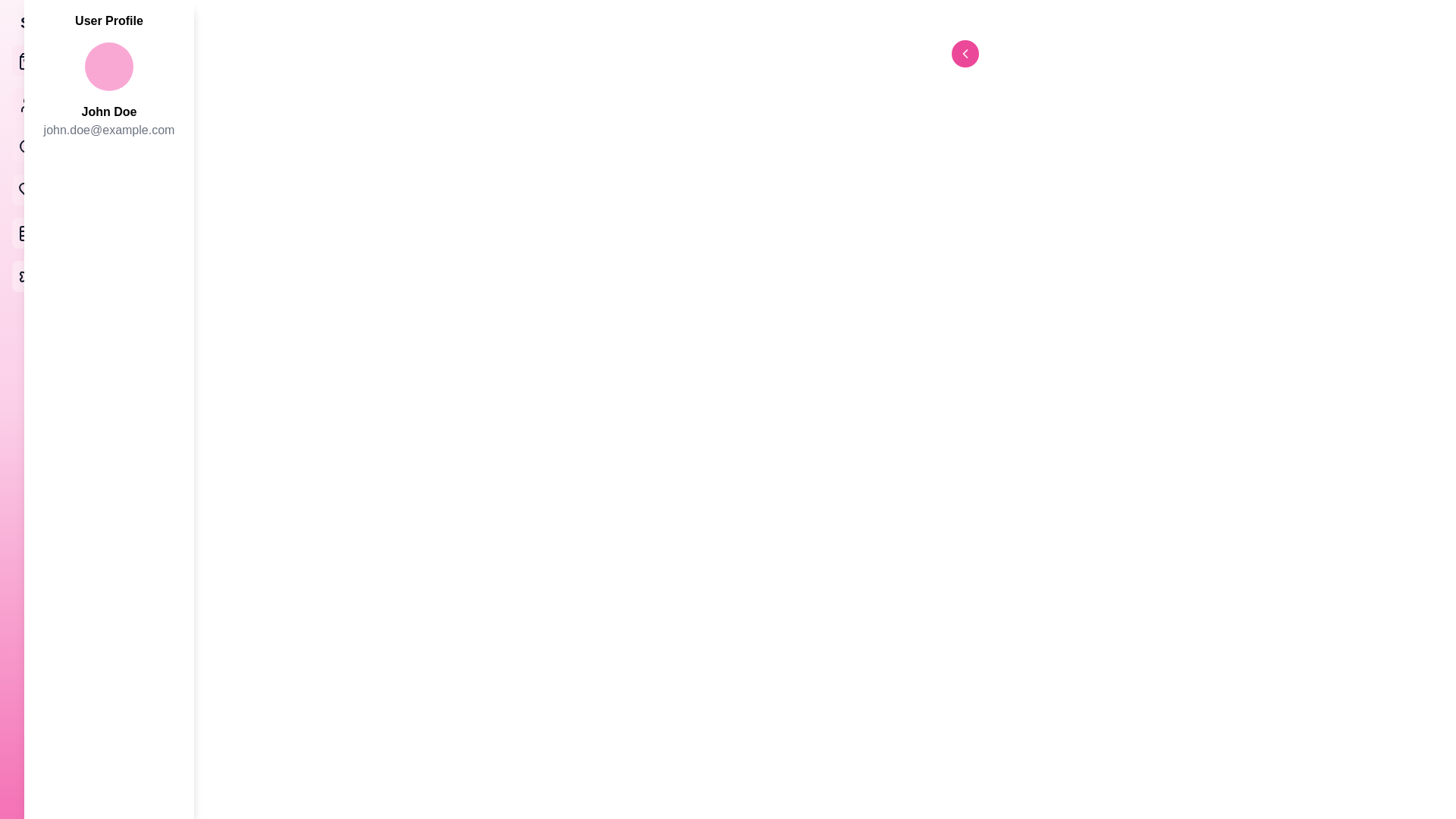 This screenshot has height=819, width=1456. Describe the element at coordinates (964, 52) in the screenshot. I see `the circular pink button with a left chevron icon` at that location.